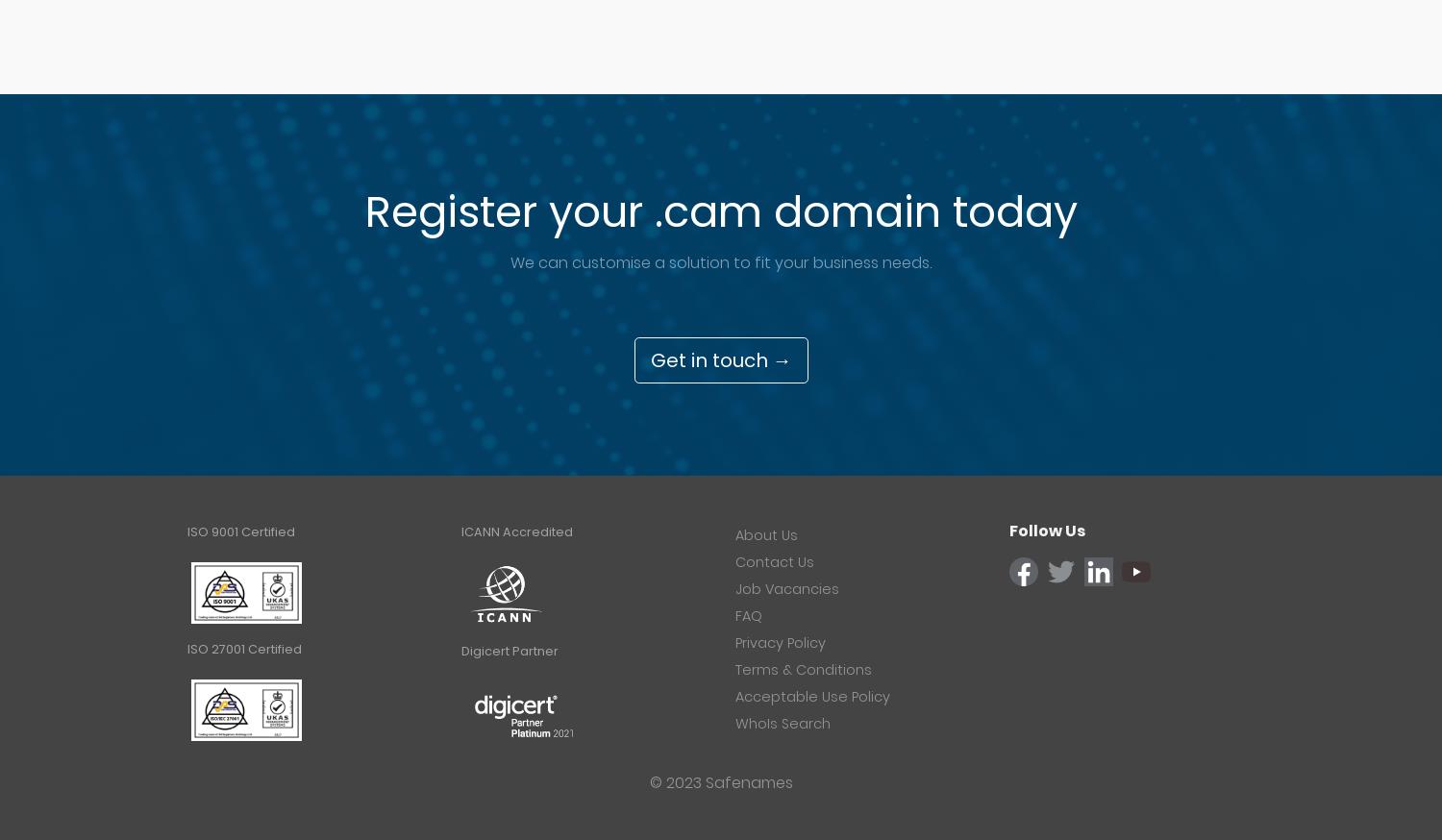 This screenshot has width=1442, height=840. I want to click on 'ISO 9001 Certified', so click(240, 531).